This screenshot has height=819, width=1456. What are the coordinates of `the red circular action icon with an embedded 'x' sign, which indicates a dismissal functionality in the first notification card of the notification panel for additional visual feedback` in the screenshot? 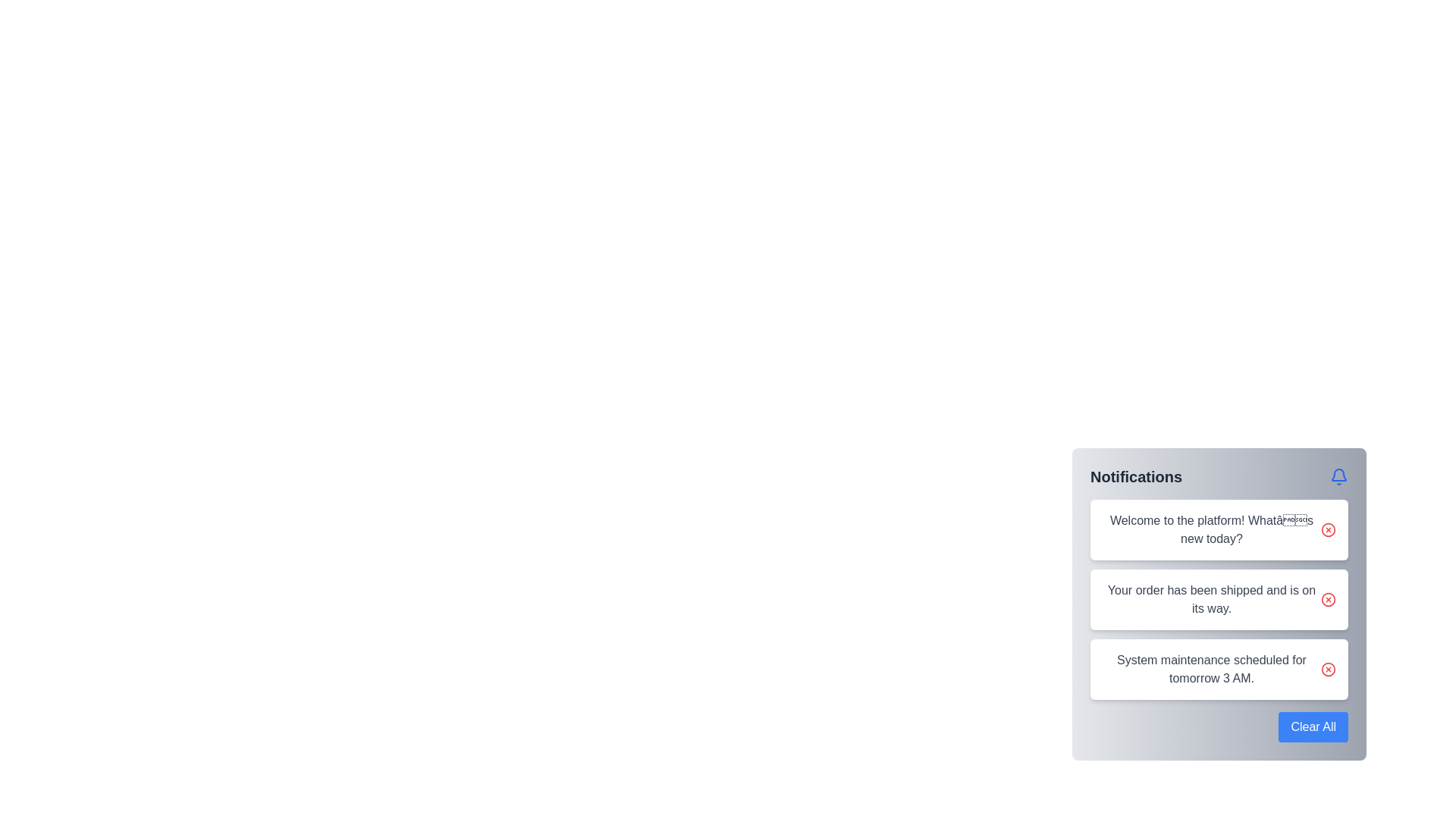 It's located at (1328, 529).